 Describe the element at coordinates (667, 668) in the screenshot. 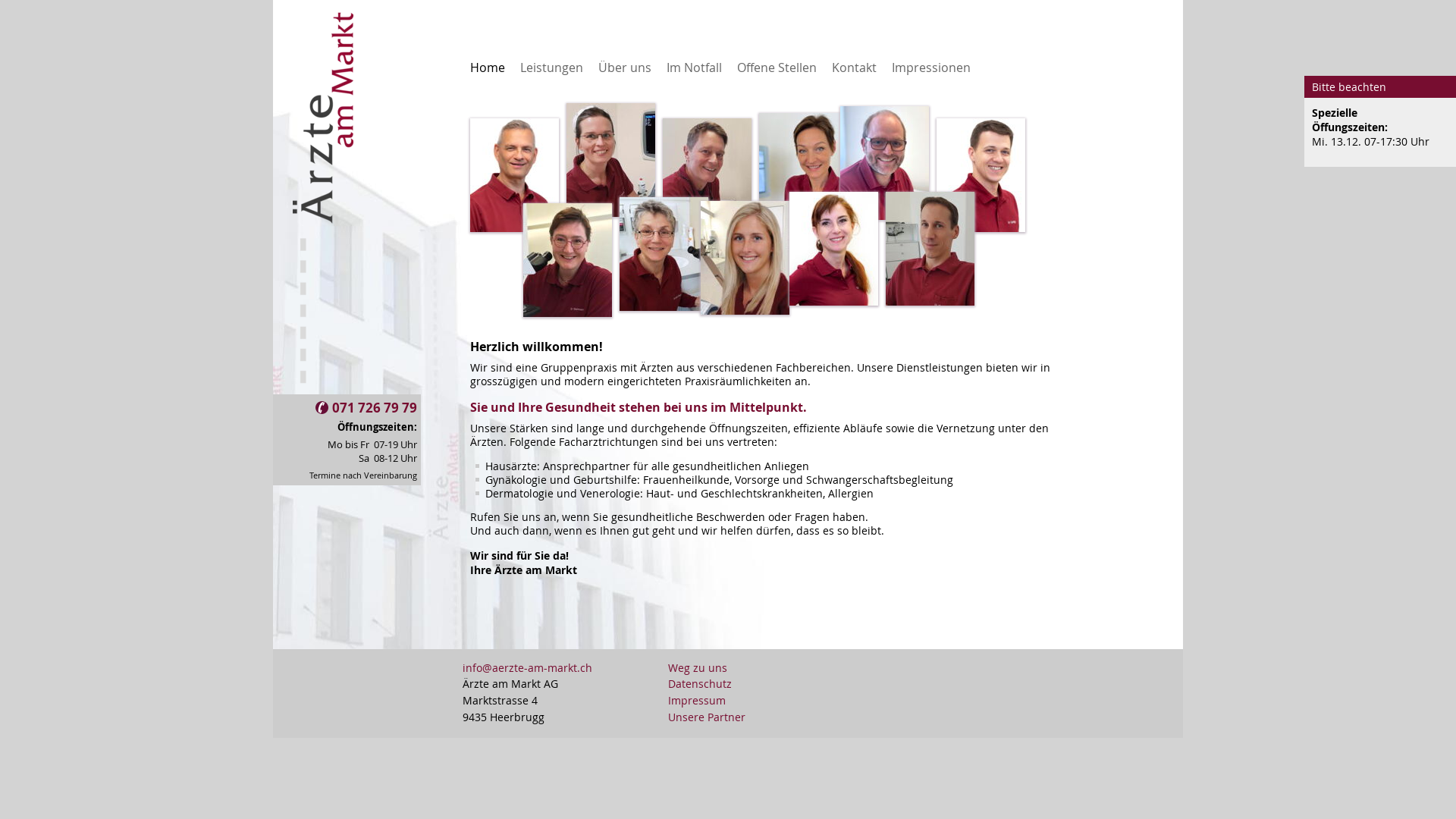

I see `'Weg zu uns'` at that location.